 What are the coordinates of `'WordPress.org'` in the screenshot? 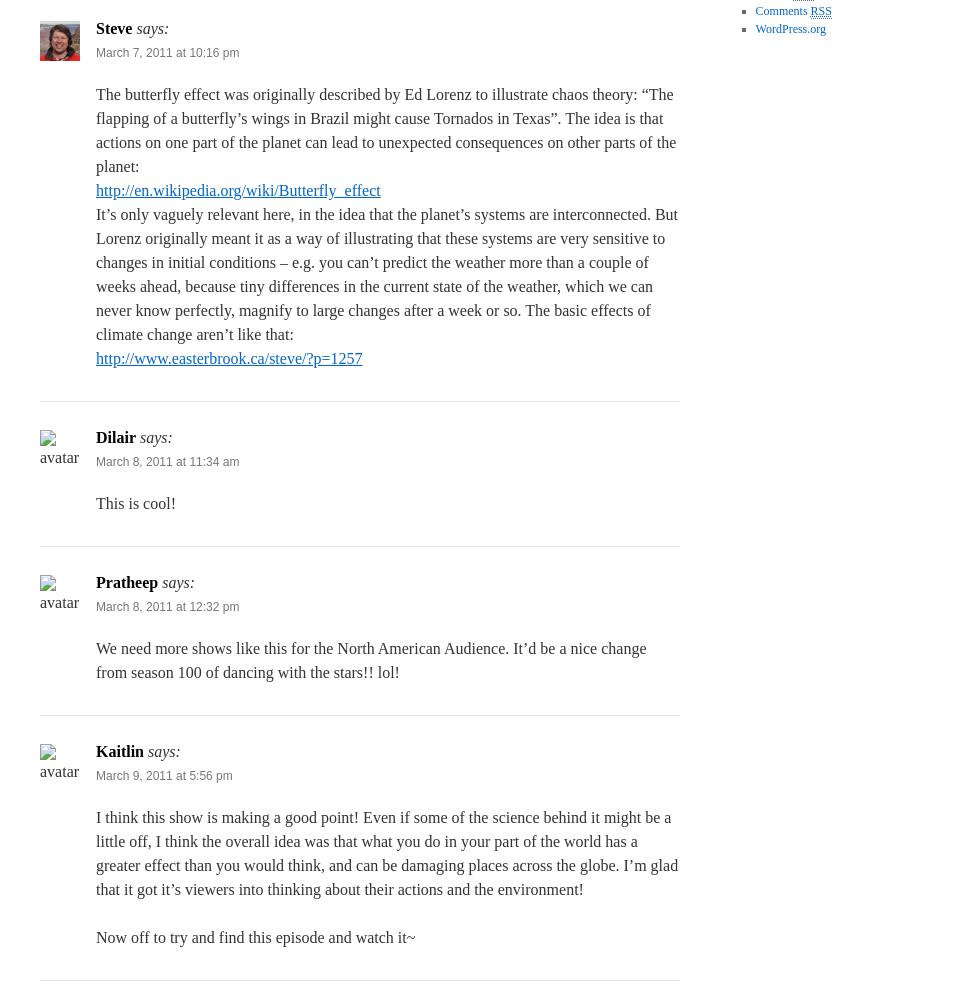 It's located at (790, 28).